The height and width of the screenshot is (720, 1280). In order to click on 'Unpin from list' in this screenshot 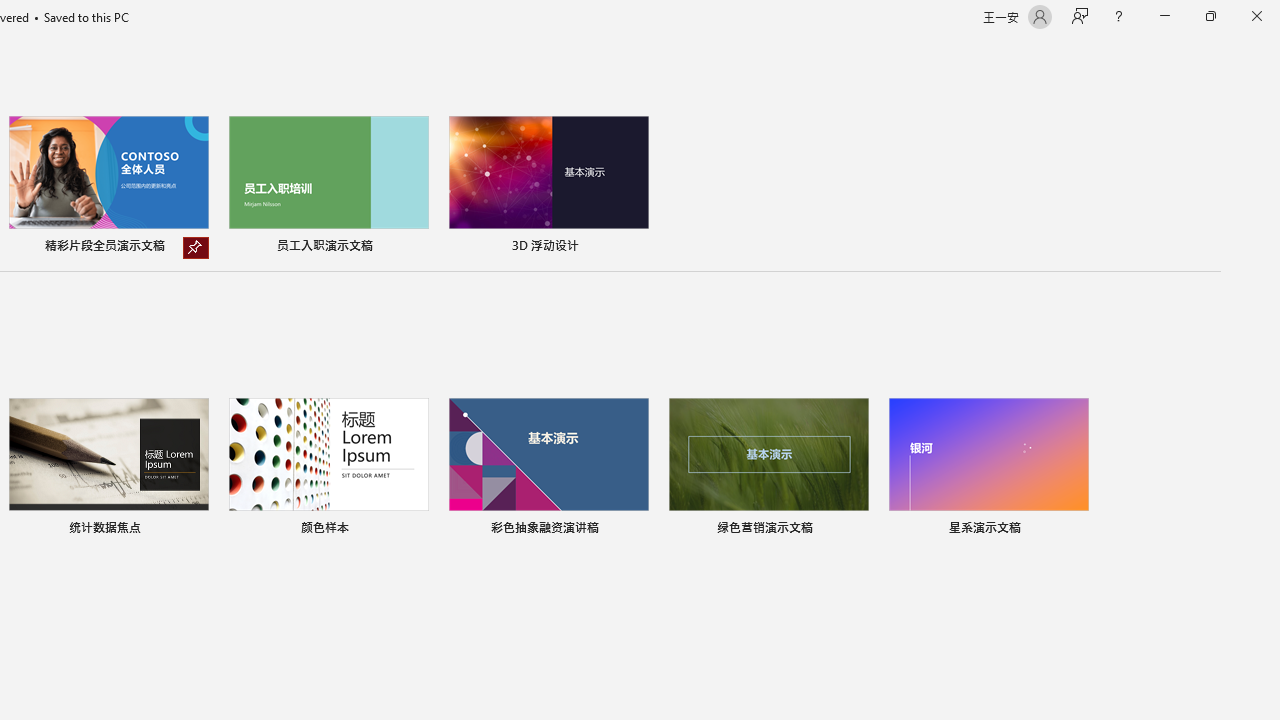, I will do `click(195, 247)`.